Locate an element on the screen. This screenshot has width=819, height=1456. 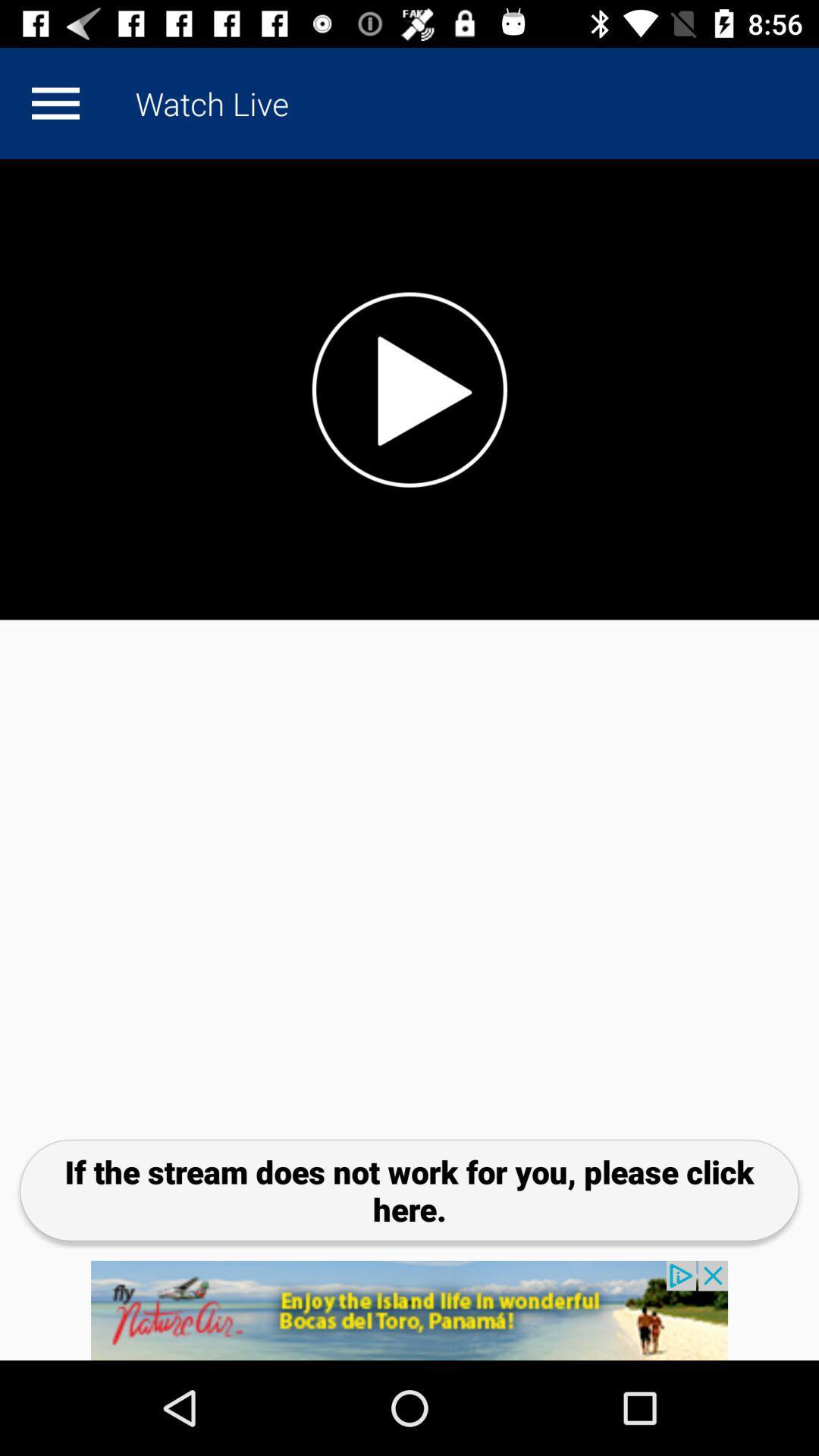
option is located at coordinates (409, 389).